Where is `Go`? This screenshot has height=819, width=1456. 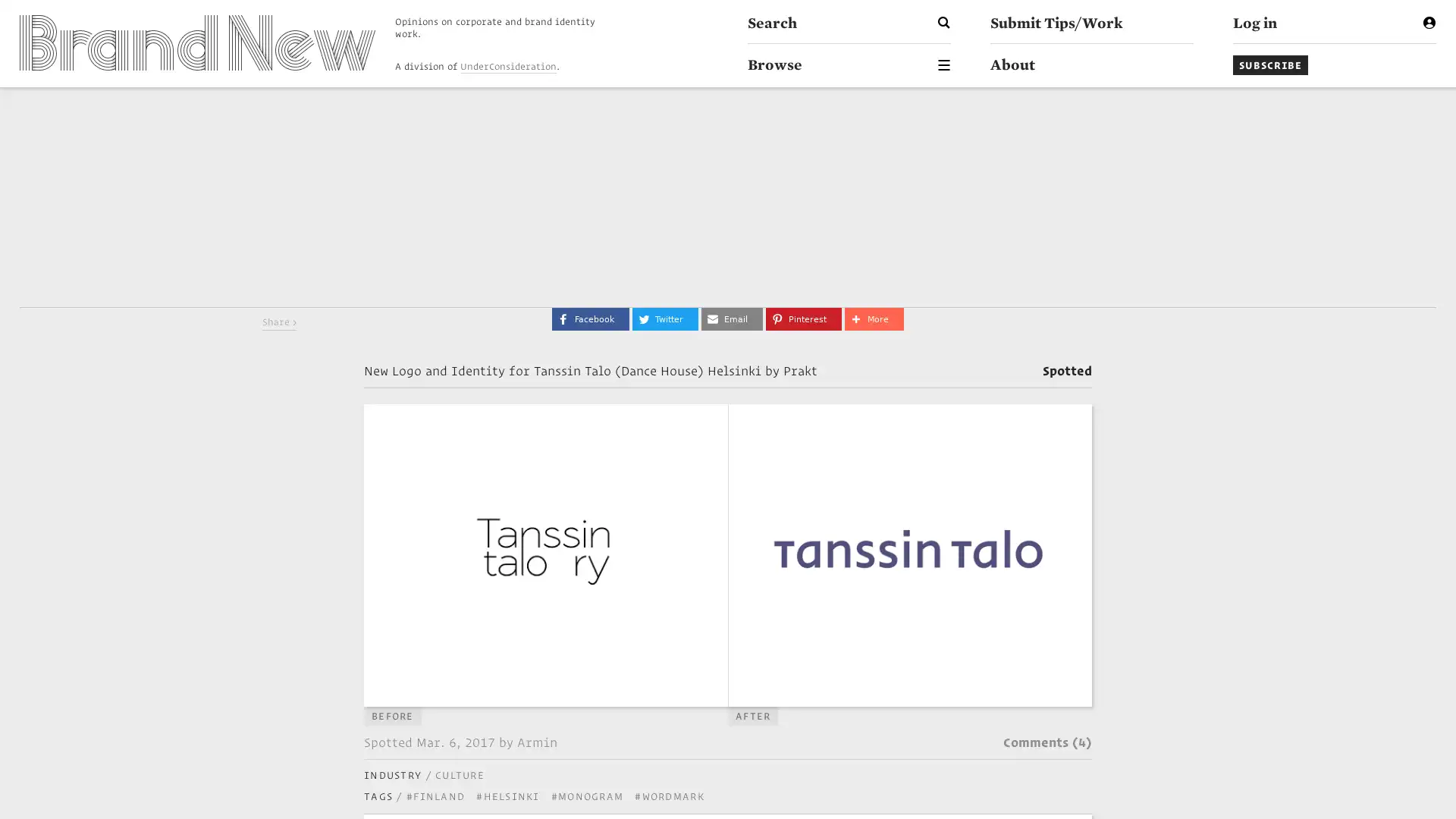 Go is located at coordinates (1159, 130).